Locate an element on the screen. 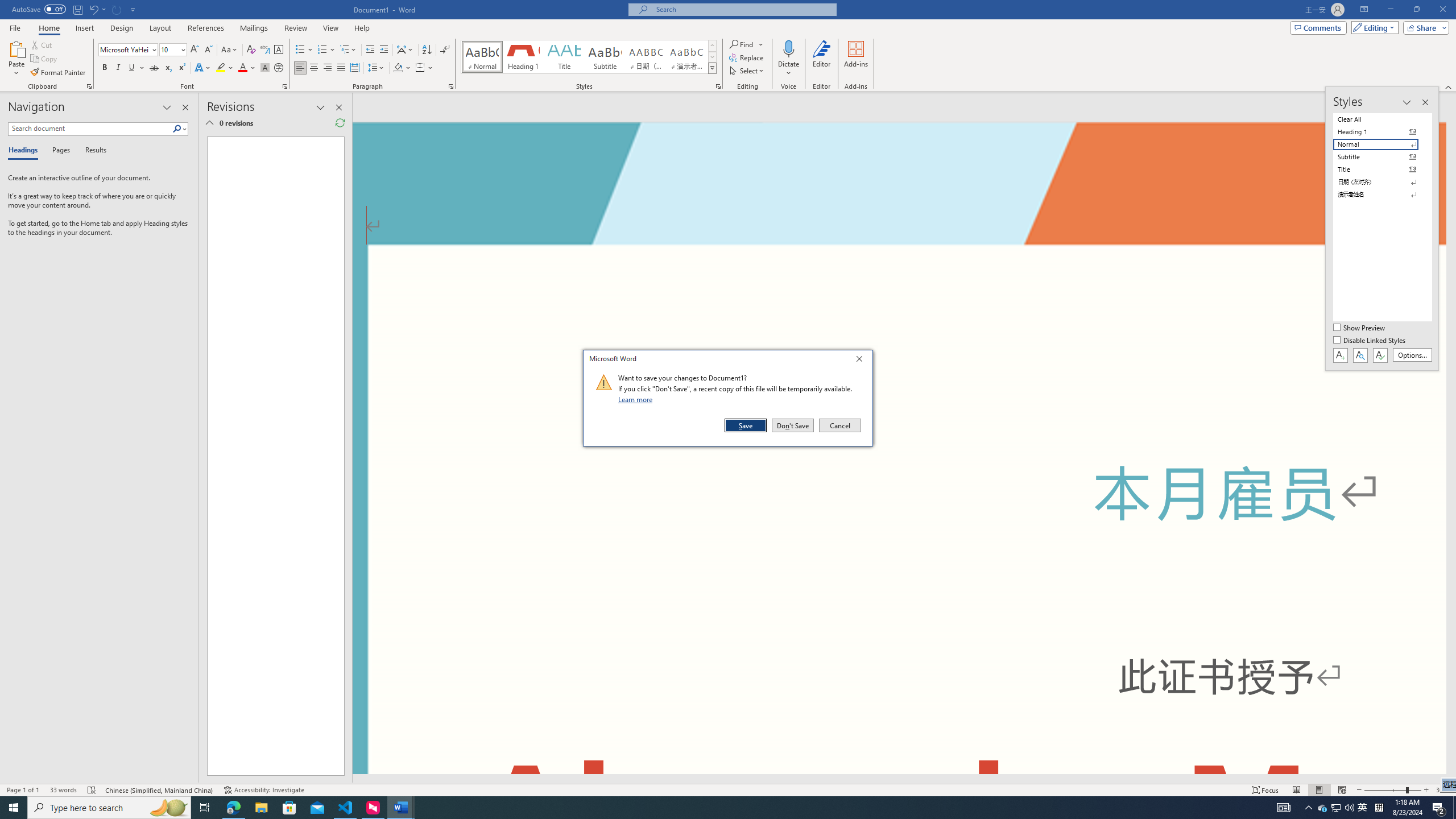  'Accessibility Checker Accessibility: Investigate' is located at coordinates (264, 790).